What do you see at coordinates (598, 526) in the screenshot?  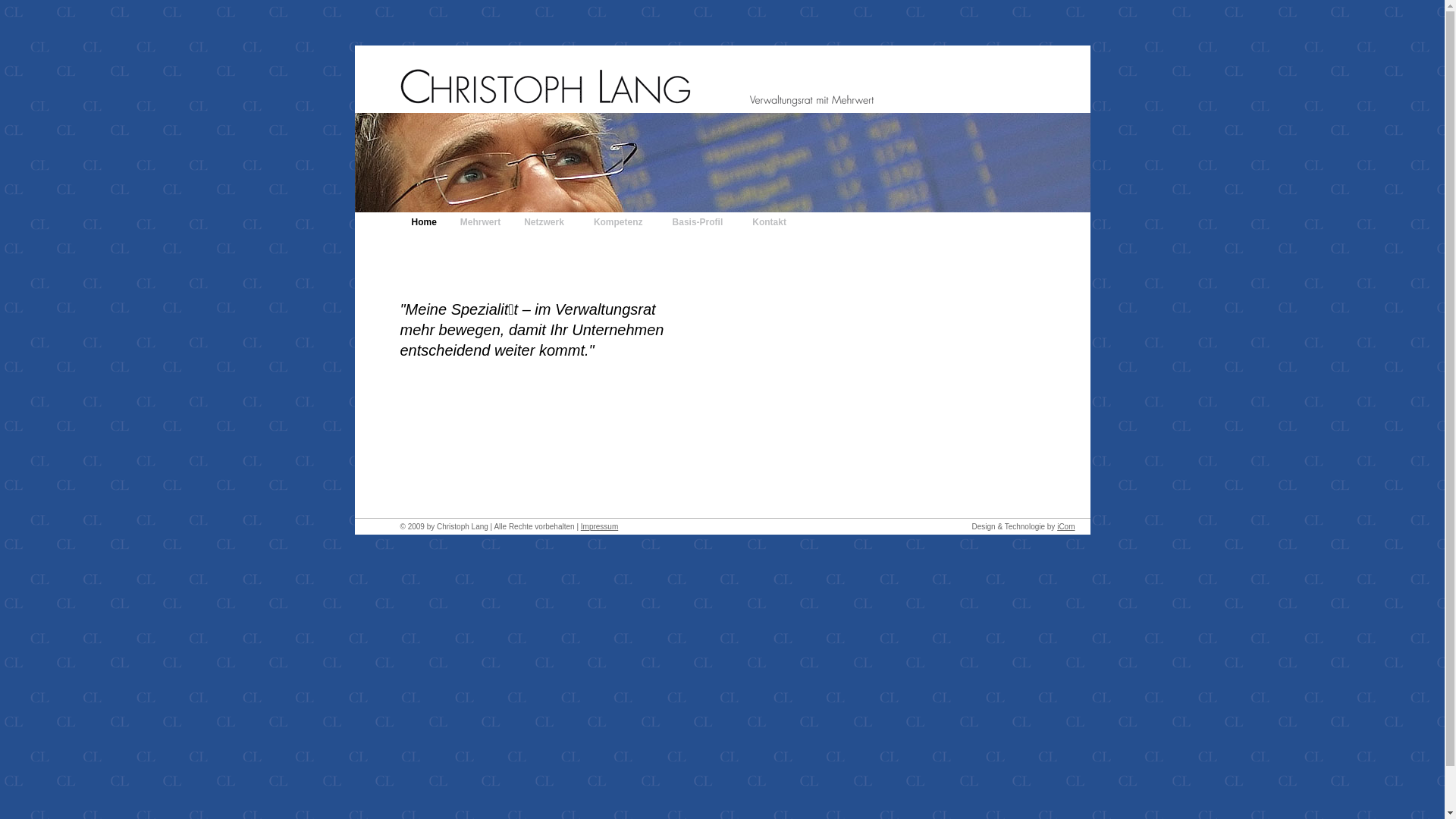 I see `'Impressum'` at bounding box center [598, 526].